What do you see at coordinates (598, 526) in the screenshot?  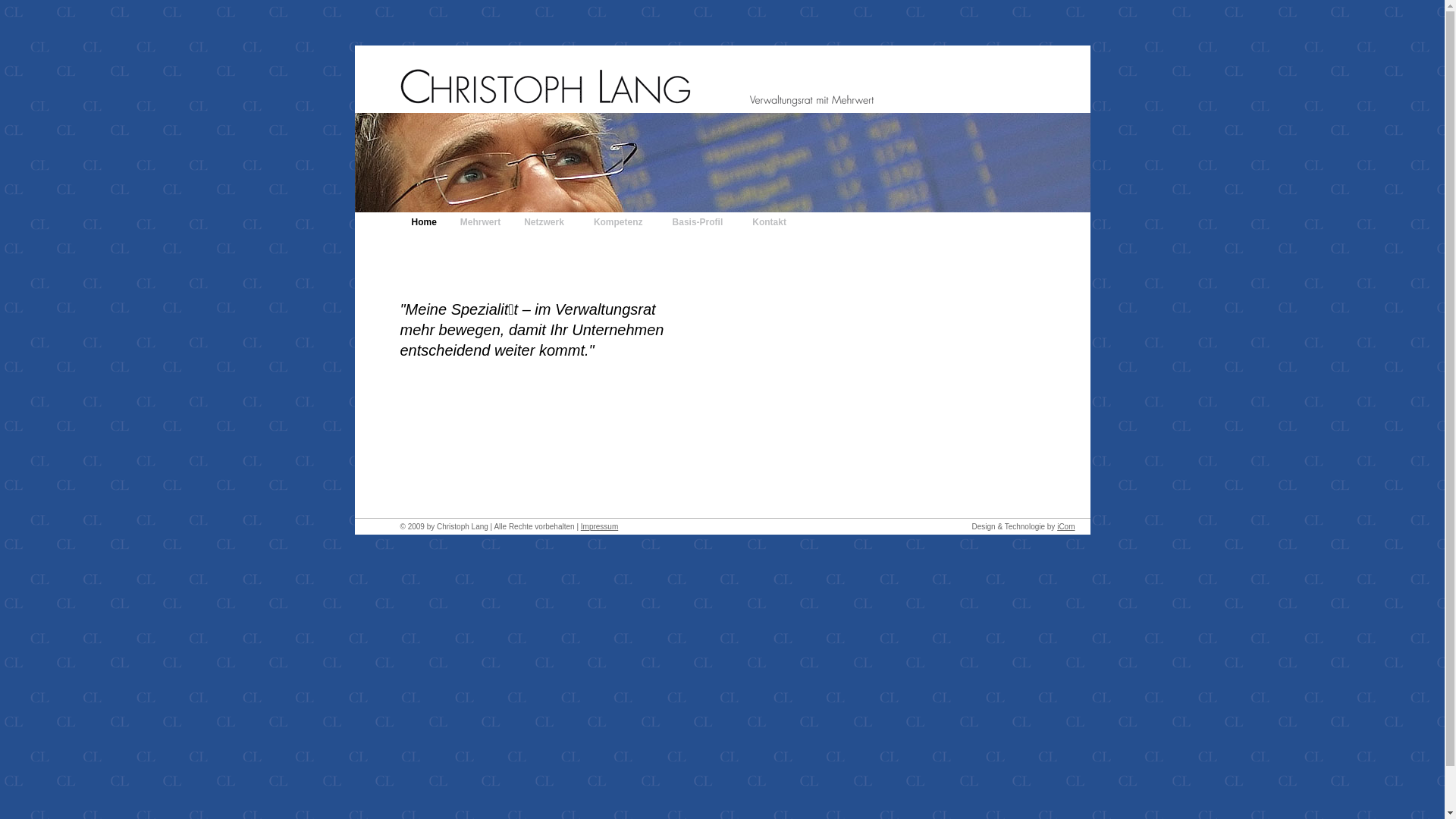 I see `'Impressum'` at bounding box center [598, 526].